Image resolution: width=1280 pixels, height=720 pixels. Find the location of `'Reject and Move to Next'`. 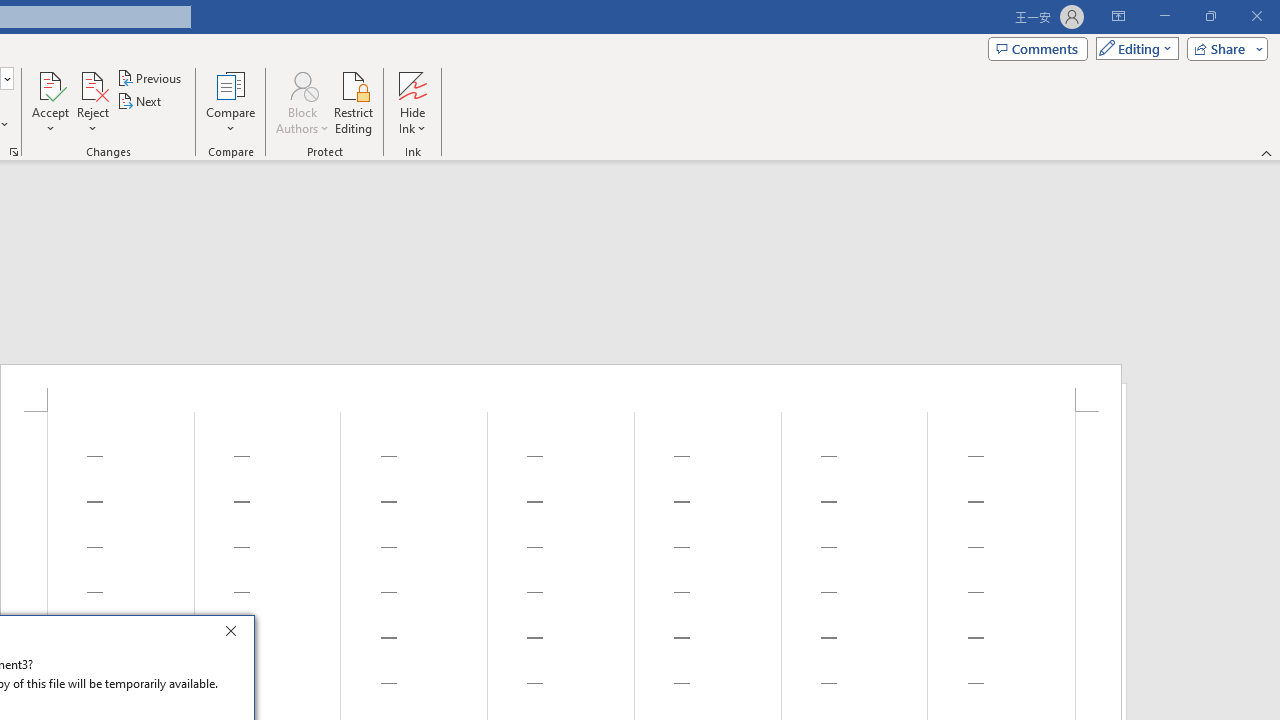

'Reject and Move to Next' is located at coordinates (91, 84).